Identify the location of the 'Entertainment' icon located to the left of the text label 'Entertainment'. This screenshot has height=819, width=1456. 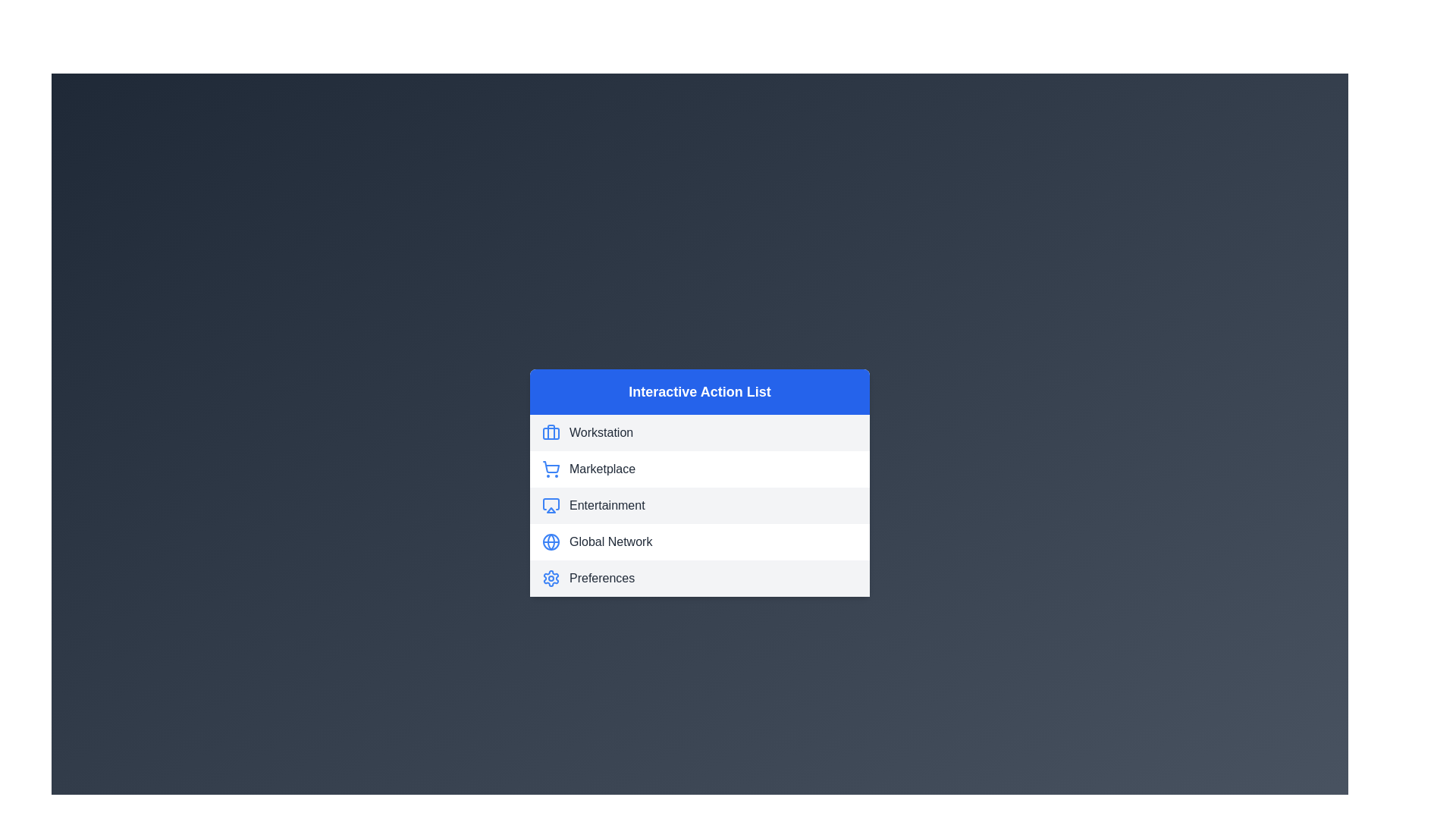
(550, 506).